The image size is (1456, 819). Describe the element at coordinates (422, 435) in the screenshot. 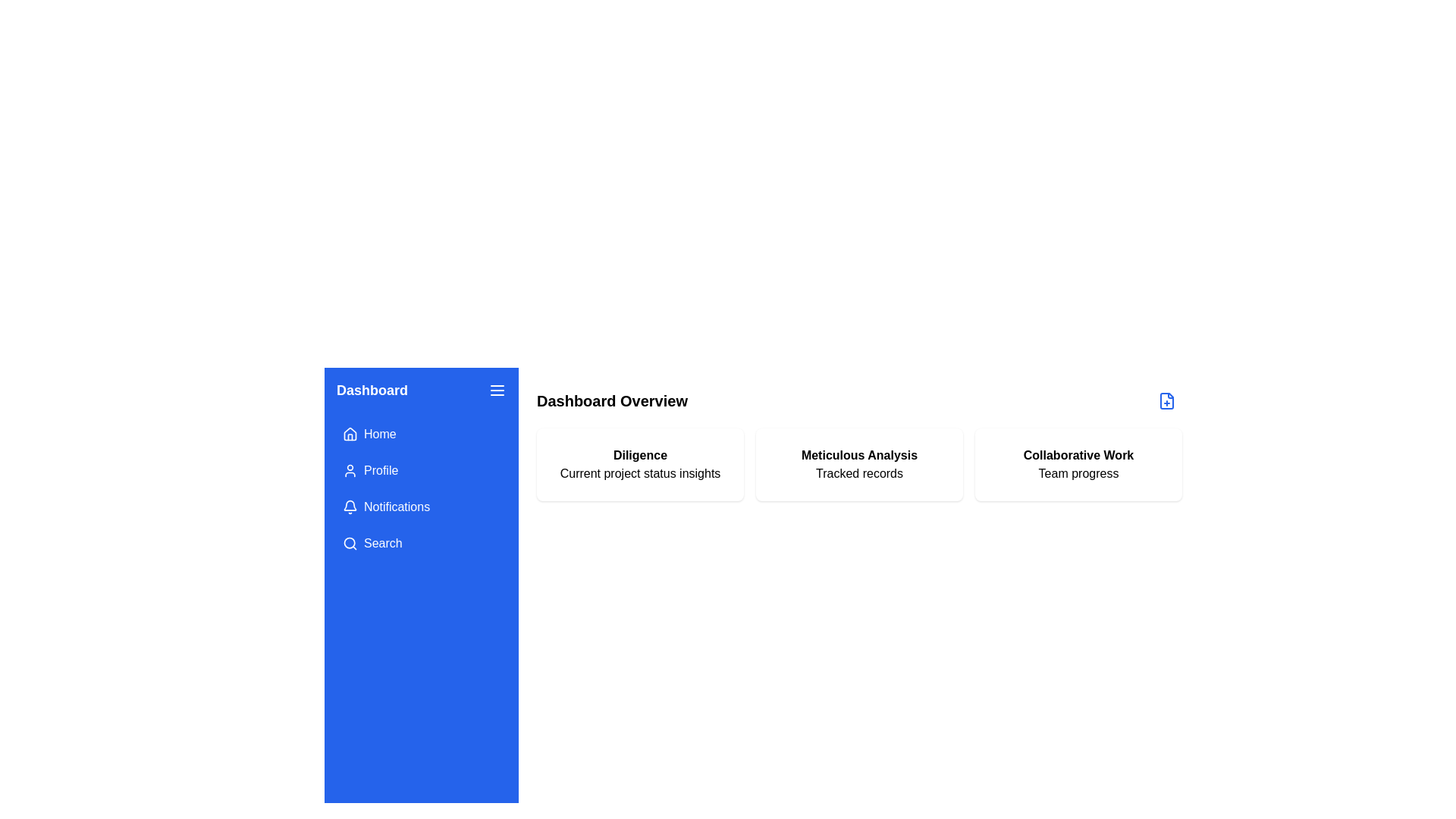

I see `the first button in the vertically-stacked menu list located on the left sidebar, positioned above the 'Profile' button` at that location.